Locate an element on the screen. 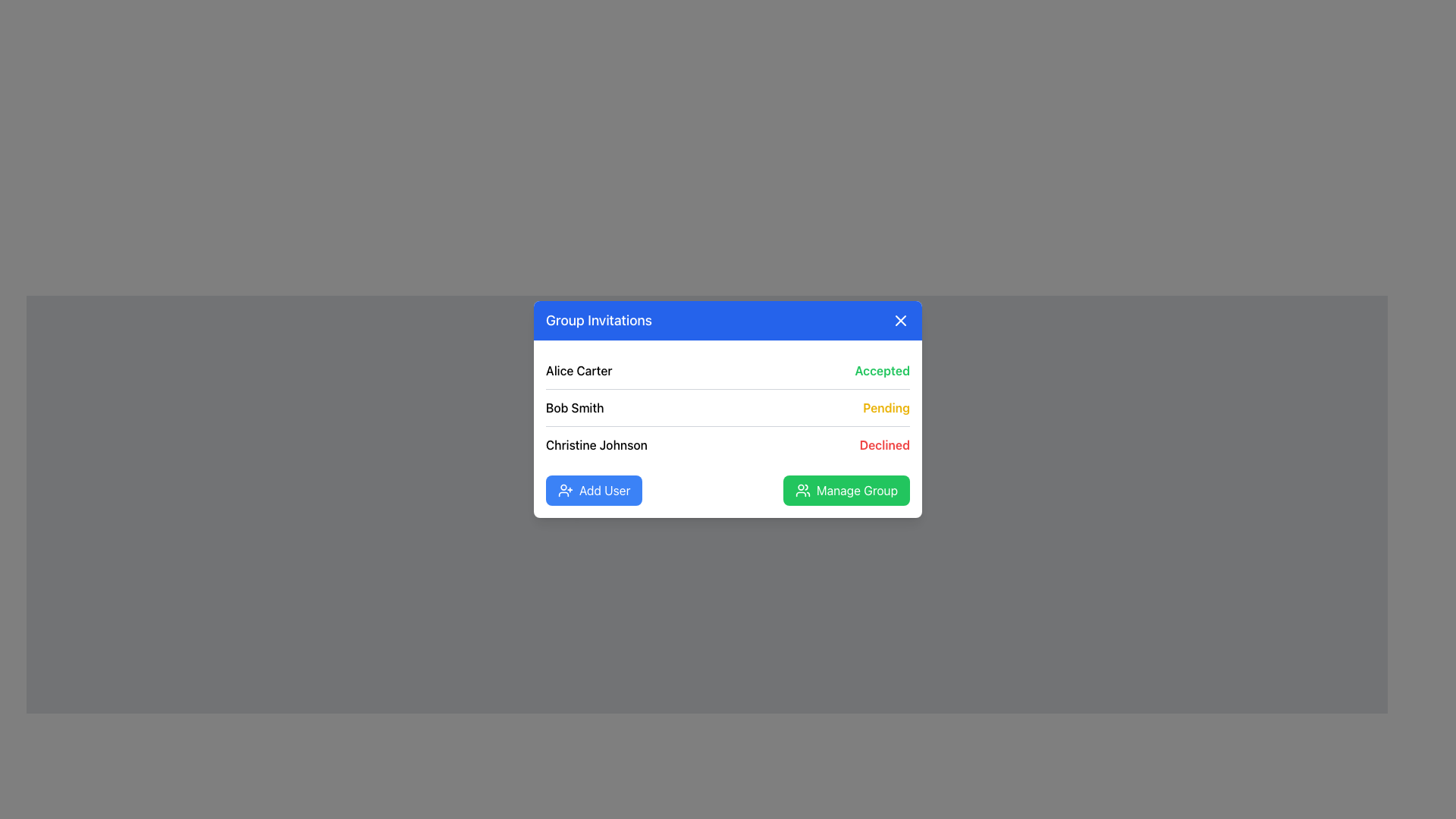  the 'Add User' icon located to the left inside the 'Add User' button at the bottom-left of the 'Group Invitations' panel is located at coordinates (564, 491).